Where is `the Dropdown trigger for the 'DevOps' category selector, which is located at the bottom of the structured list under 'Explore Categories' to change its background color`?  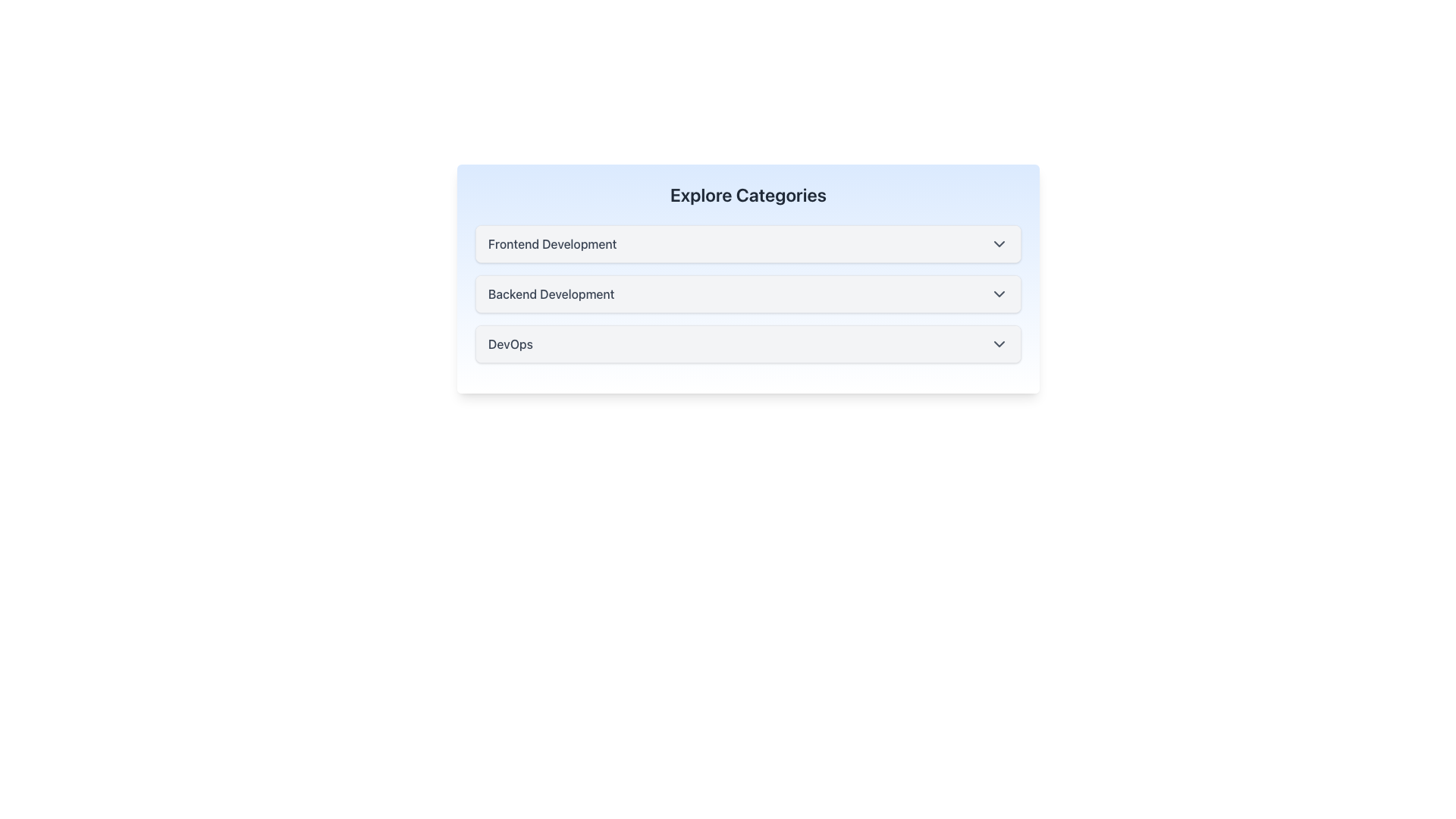
the Dropdown trigger for the 'DevOps' category selector, which is located at the bottom of the structured list under 'Explore Categories' to change its background color is located at coordinates (748, 344).